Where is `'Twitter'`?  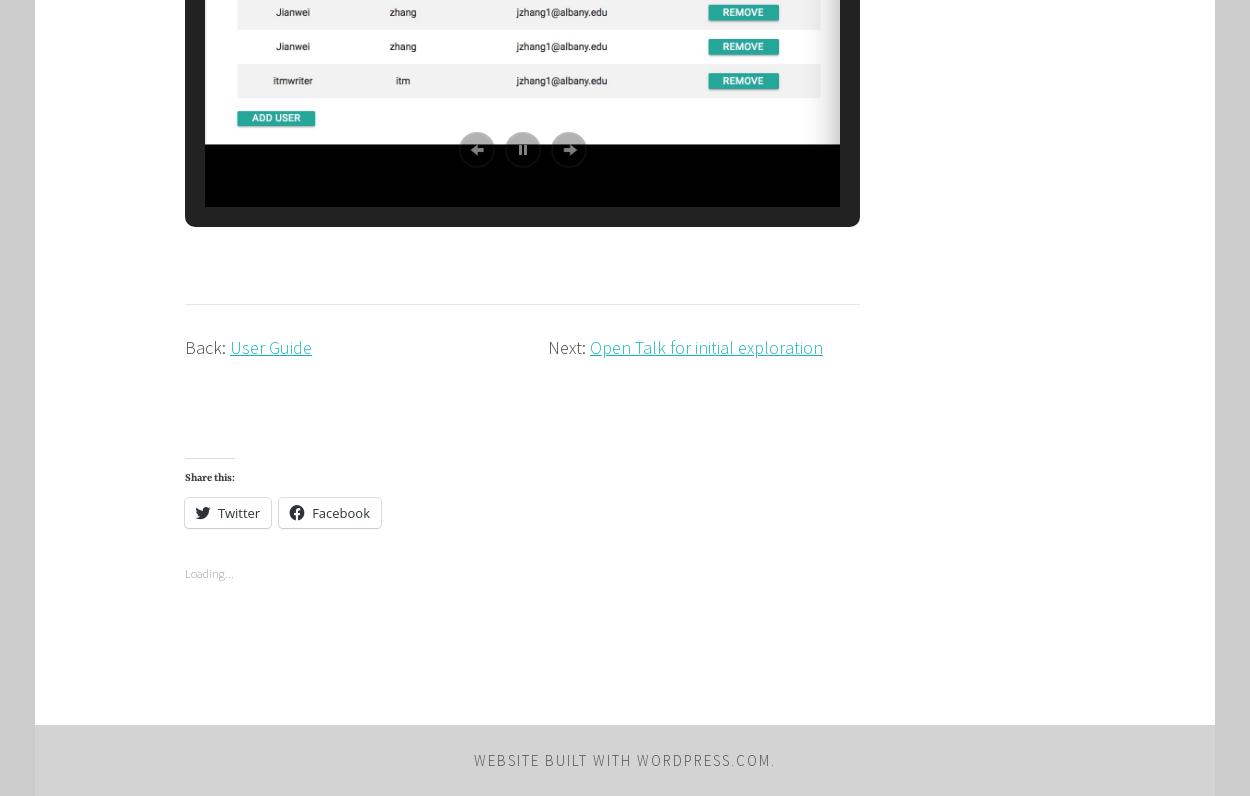
'Twitter' is located at coordinates (238, 511).